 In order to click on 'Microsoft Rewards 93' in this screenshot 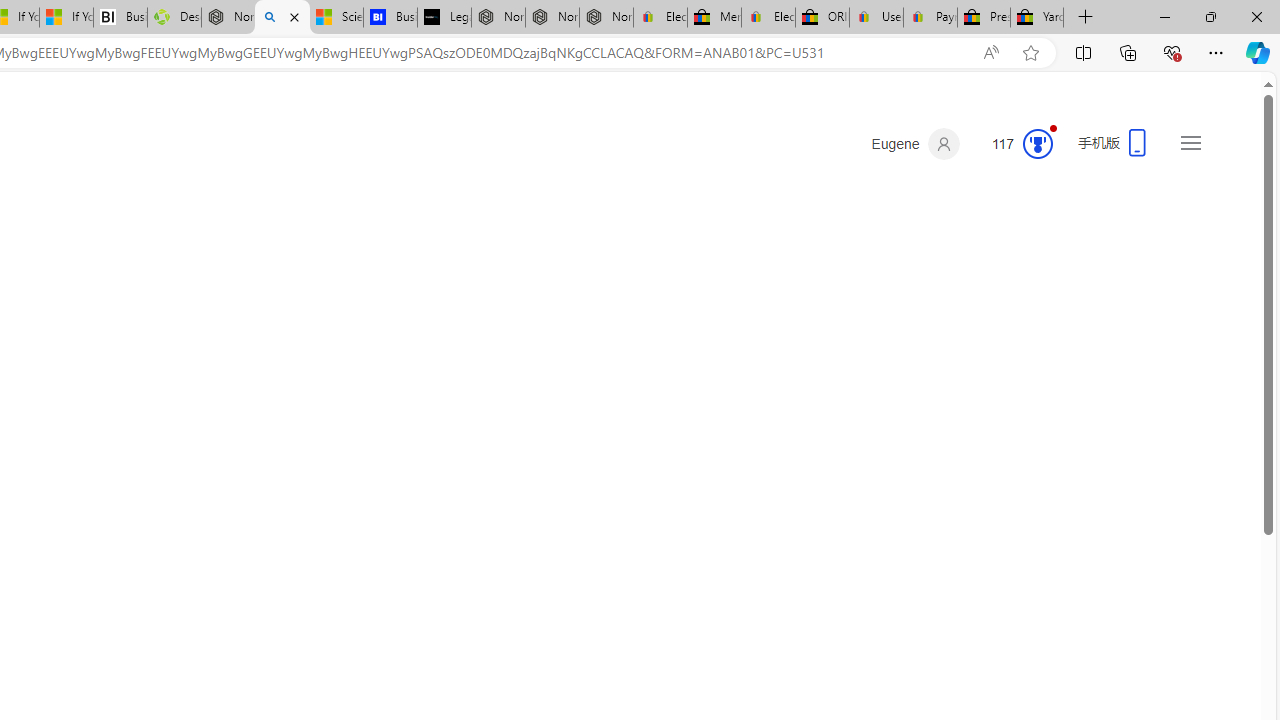, I will do `click(1014, 143)`.